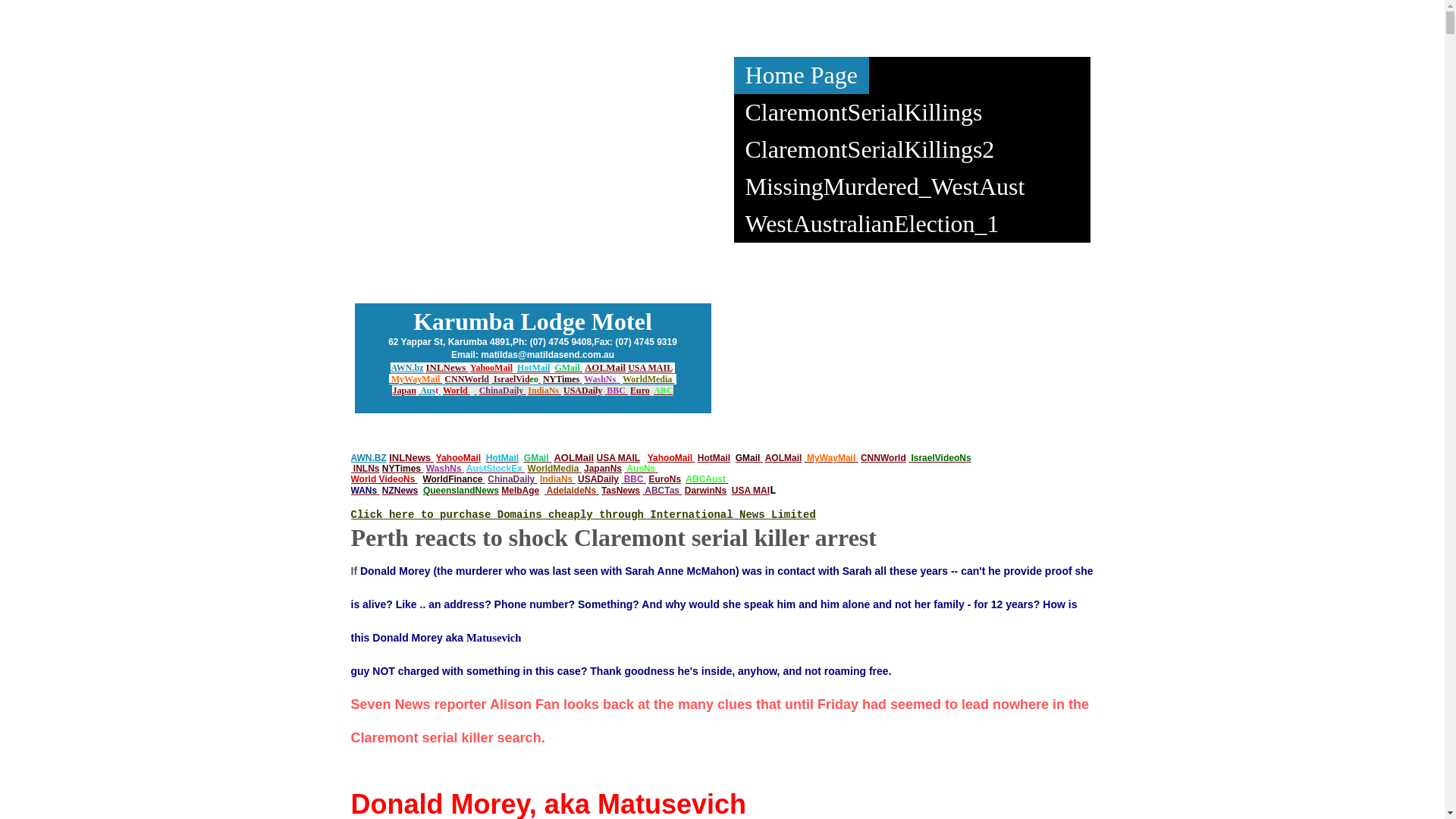 The width and height of the screenshot is (1456, 819). I want to click on 'World', so click(454, 390).